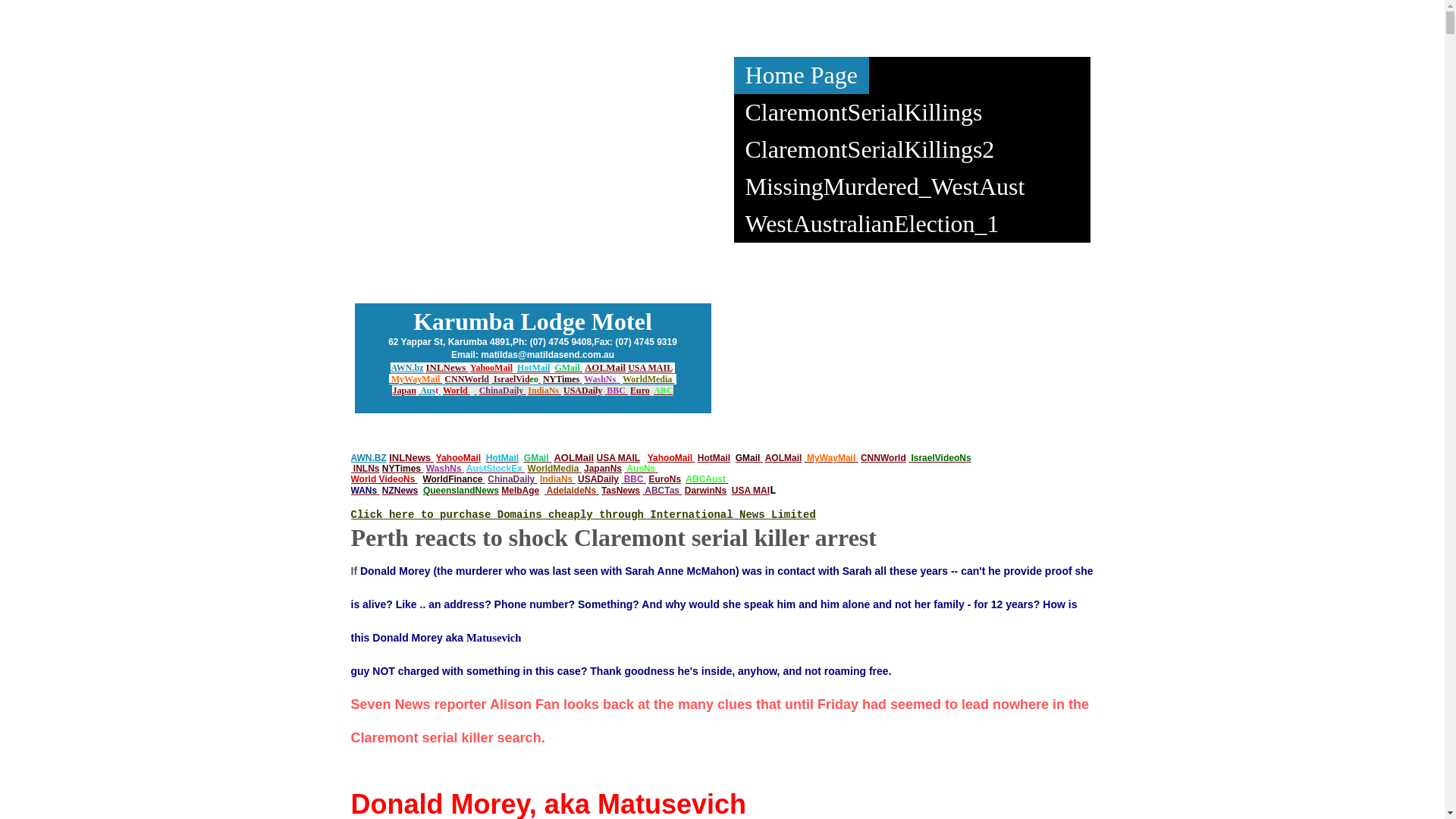 The width and height of the screenshot is (1456, 819). I want to click on 'World', so click(454, 390).